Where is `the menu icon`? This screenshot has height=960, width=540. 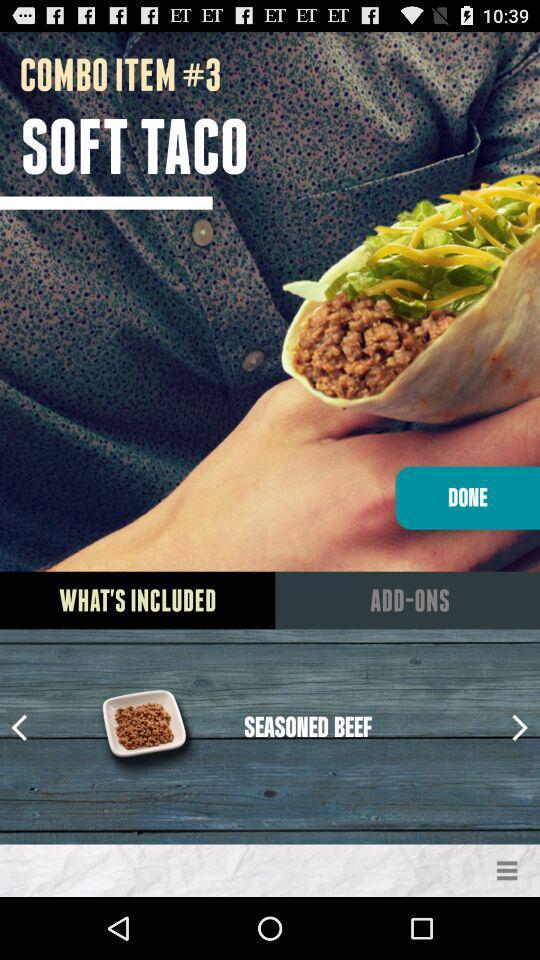 the menu icon is located at coordinates (507, 931).